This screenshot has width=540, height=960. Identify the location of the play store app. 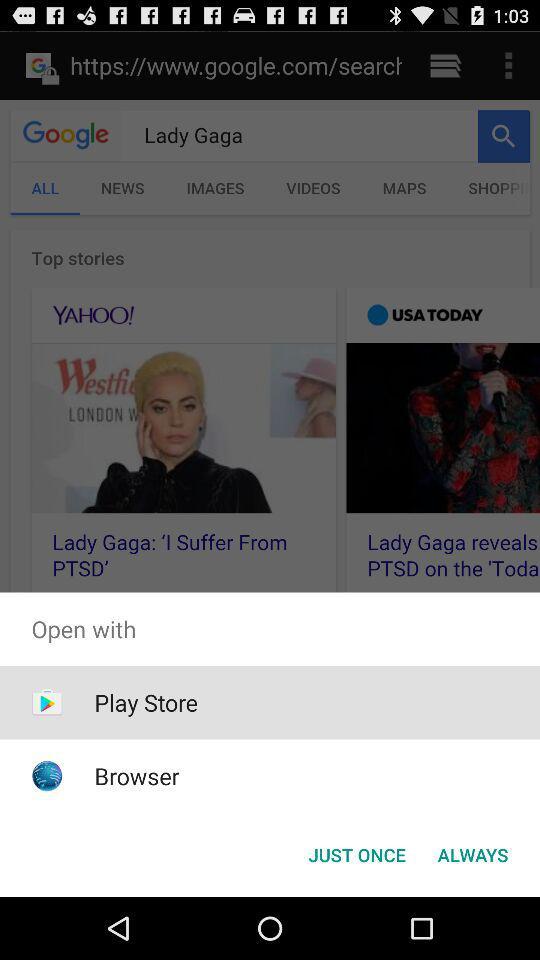
(145, 702).